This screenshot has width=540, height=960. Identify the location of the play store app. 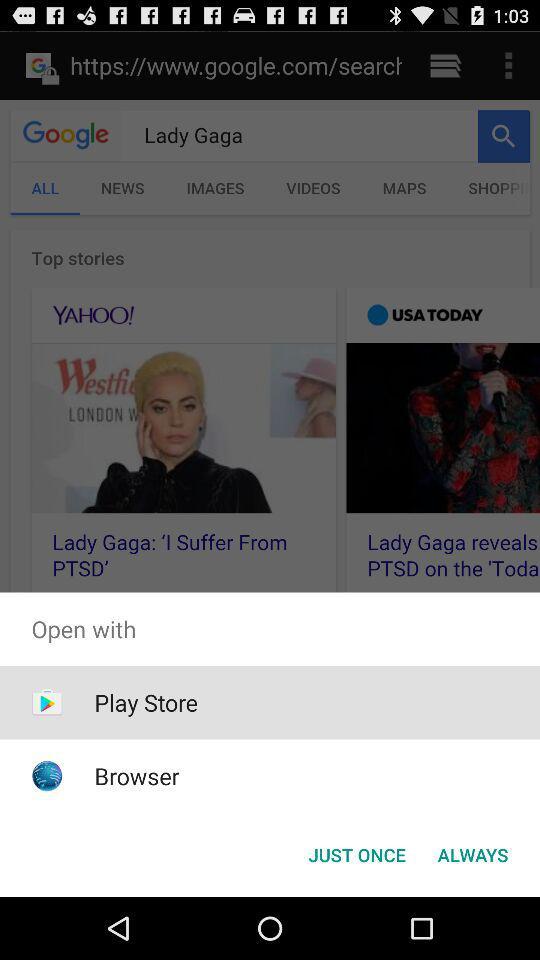
(145, 702).